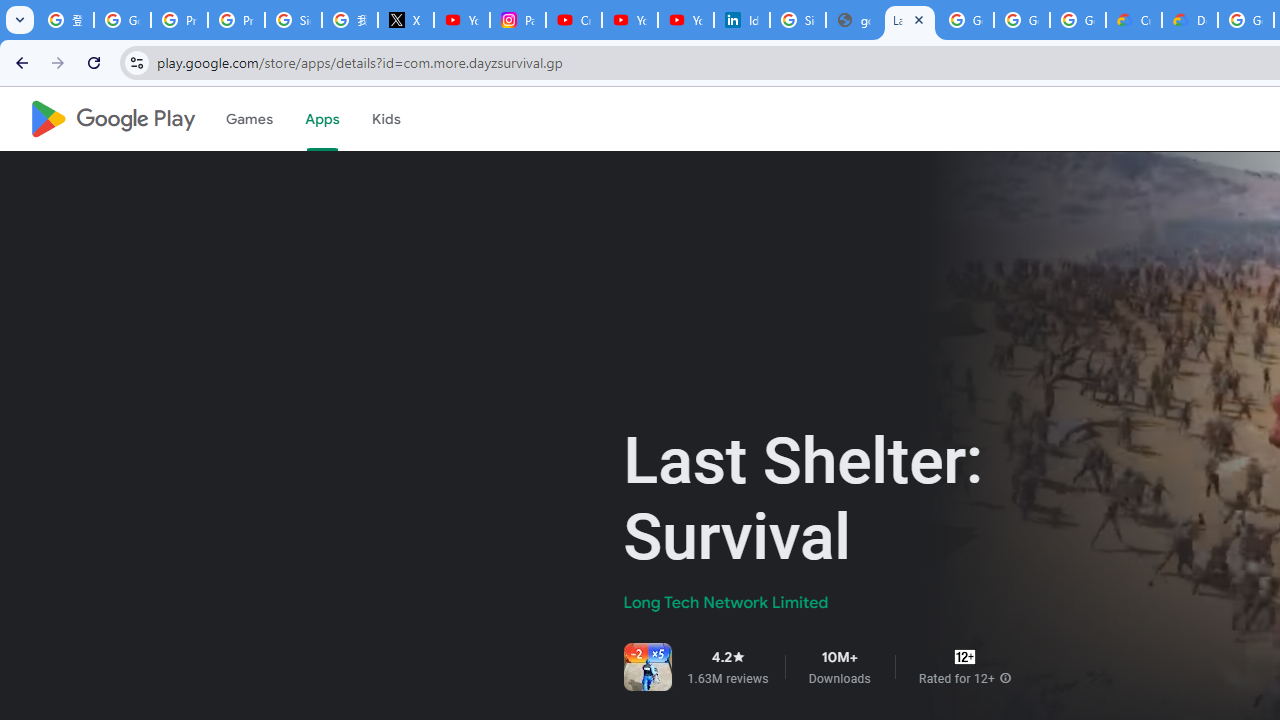  What do you see at coordinates (404, 20) in the screenshot?
I see `'X'` at bounding box center [404, 20].